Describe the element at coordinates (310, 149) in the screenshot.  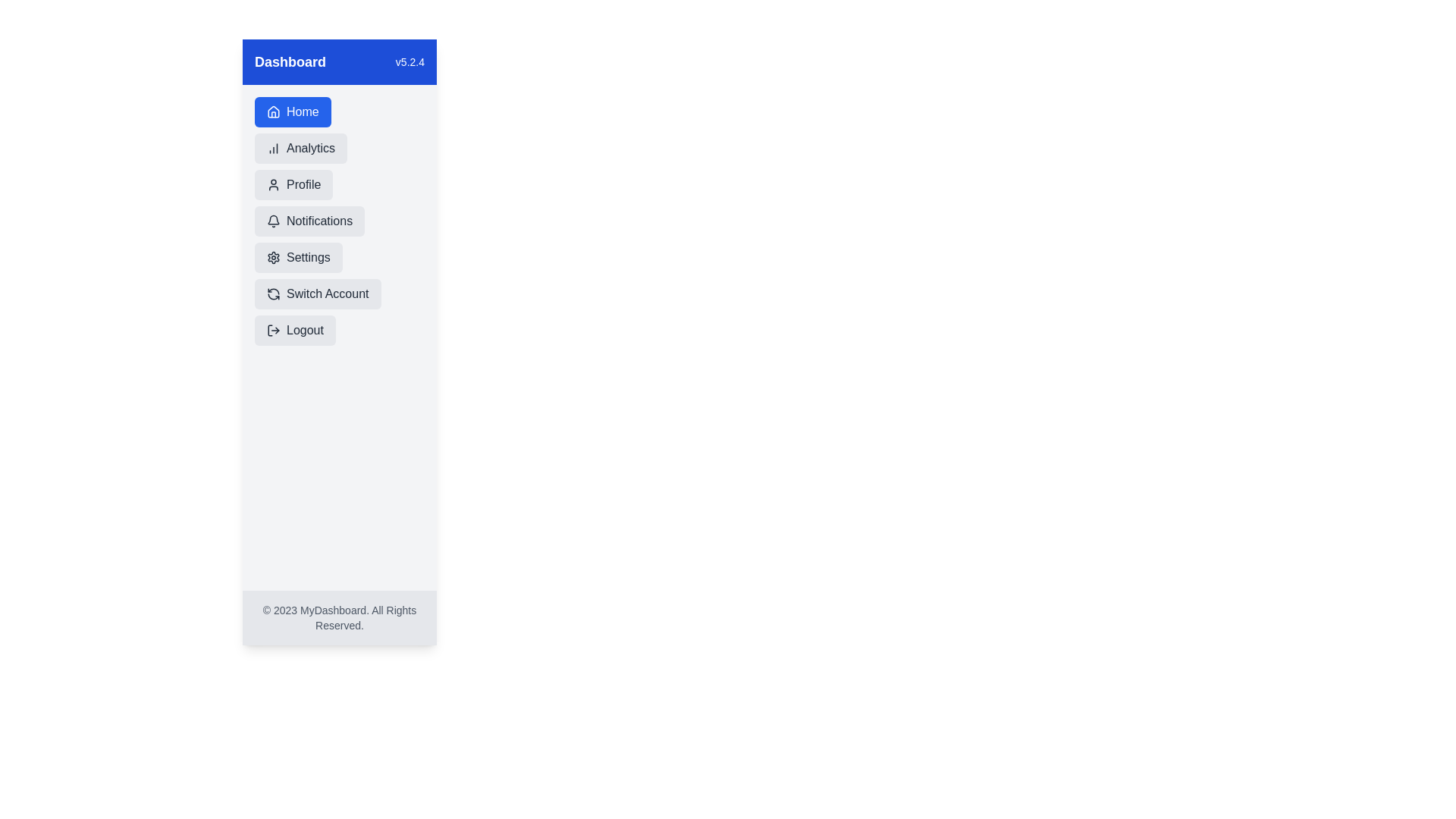
I see `the 'Analytics' text label located on the left vertical navigation bar` at that location.